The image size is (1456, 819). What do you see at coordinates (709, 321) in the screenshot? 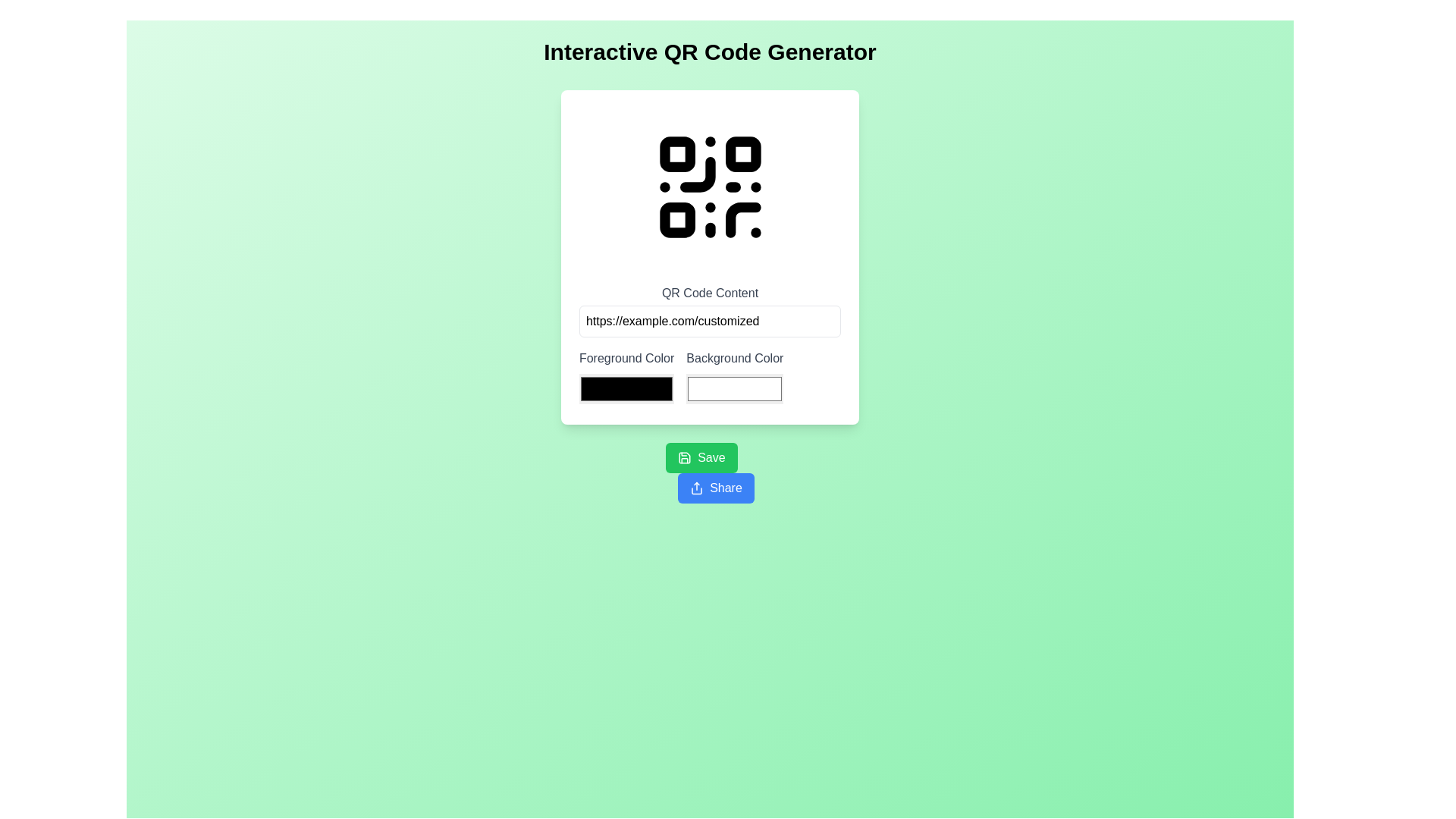
I see `the text input field labeled 'QR Code Content' to place the cursor and type text` at bounding box center [709, 321].